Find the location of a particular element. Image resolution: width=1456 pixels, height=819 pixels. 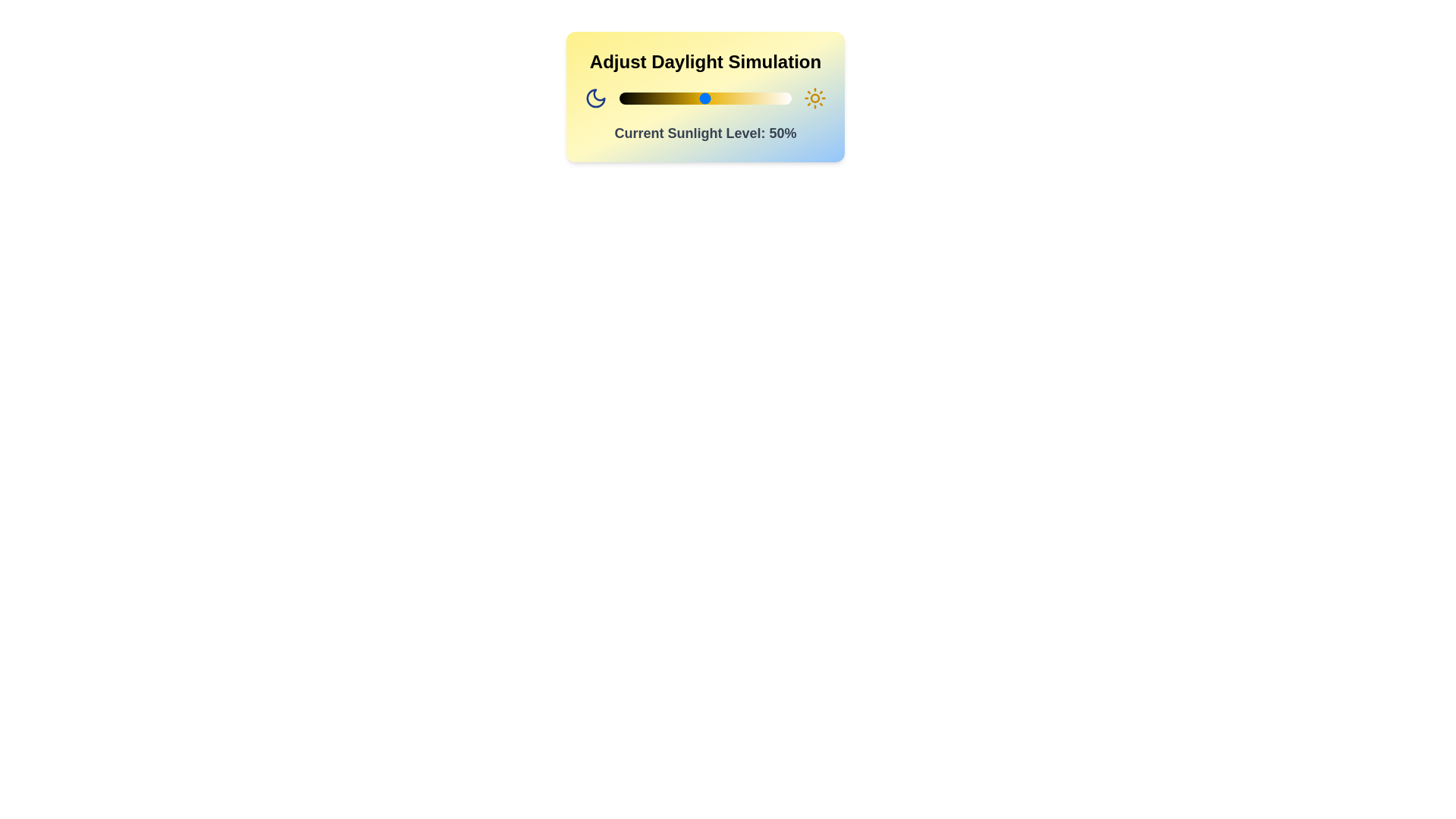

the sunlight level to 75% by interacting with the slider is located at coordinates (748, 99).